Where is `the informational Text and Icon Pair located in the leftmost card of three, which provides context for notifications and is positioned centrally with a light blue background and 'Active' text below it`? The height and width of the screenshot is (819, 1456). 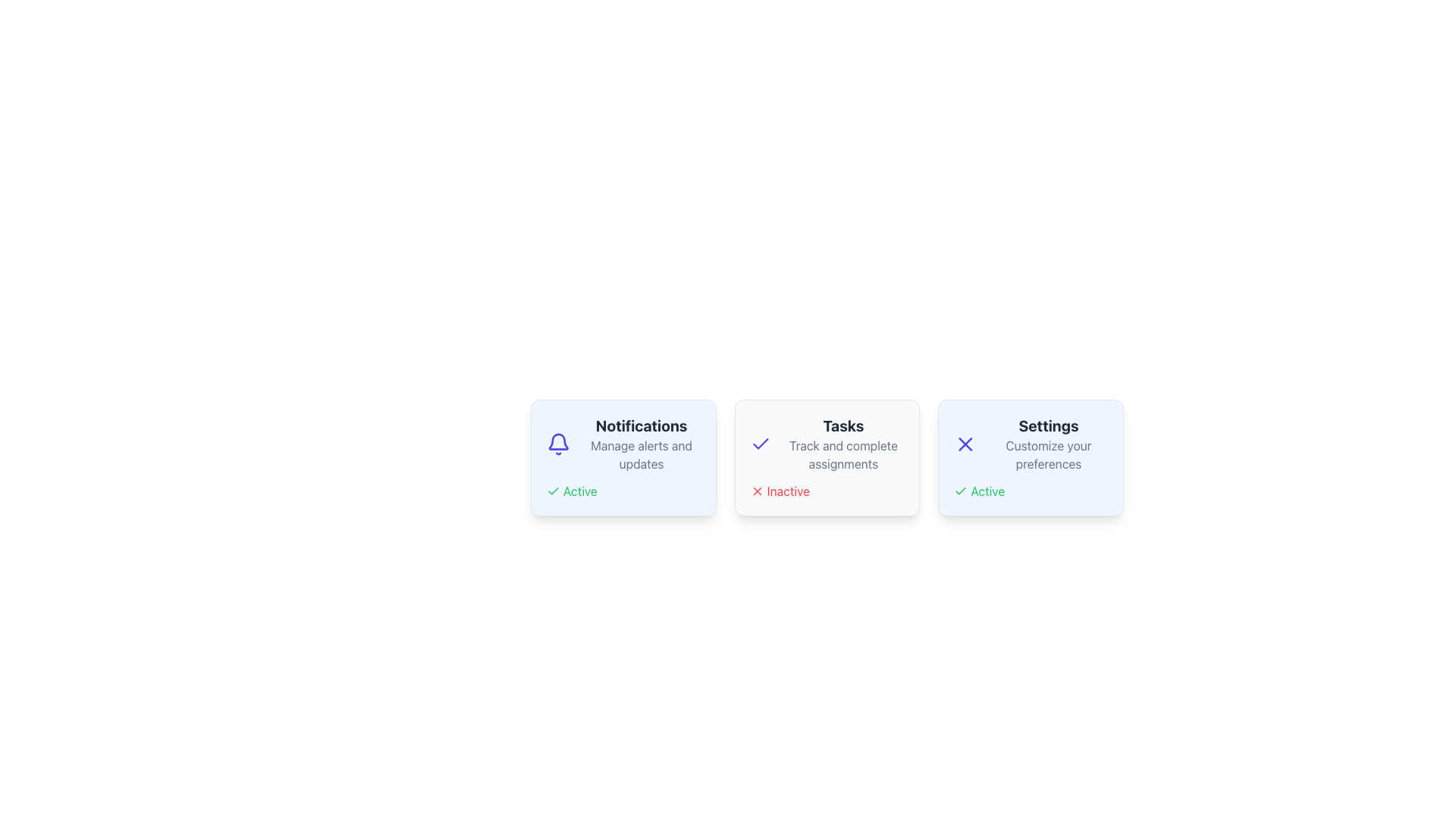
the informational Text and Icon Pair located in the leftmost card of three, which provides context for notifications and is positioned centrally with a light blue background and 'Active' text below it is located at coordinates (623, 444).